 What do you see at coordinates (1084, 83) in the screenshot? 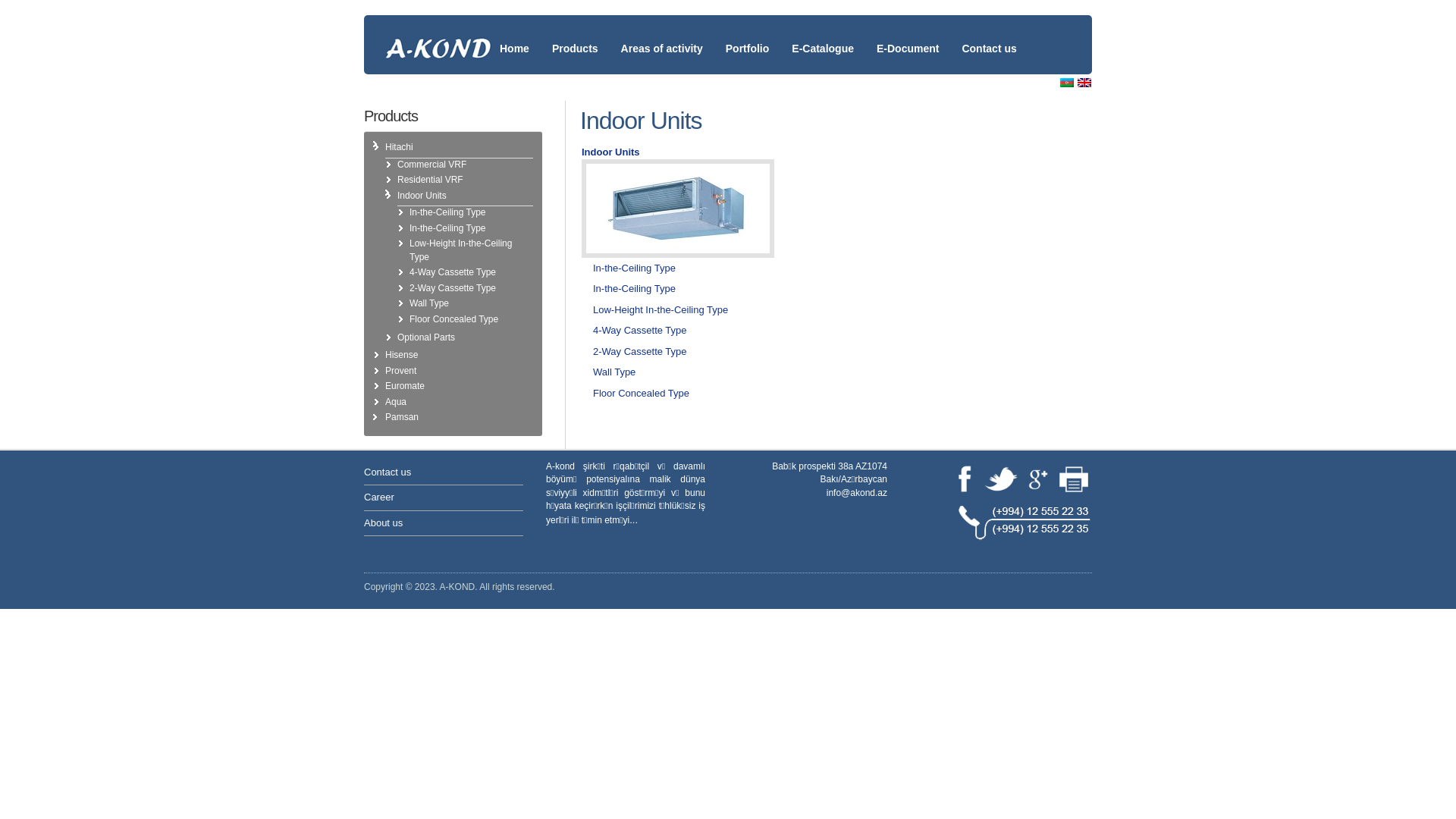
I see `'English (en)'` at bounding box center [1084, 83].